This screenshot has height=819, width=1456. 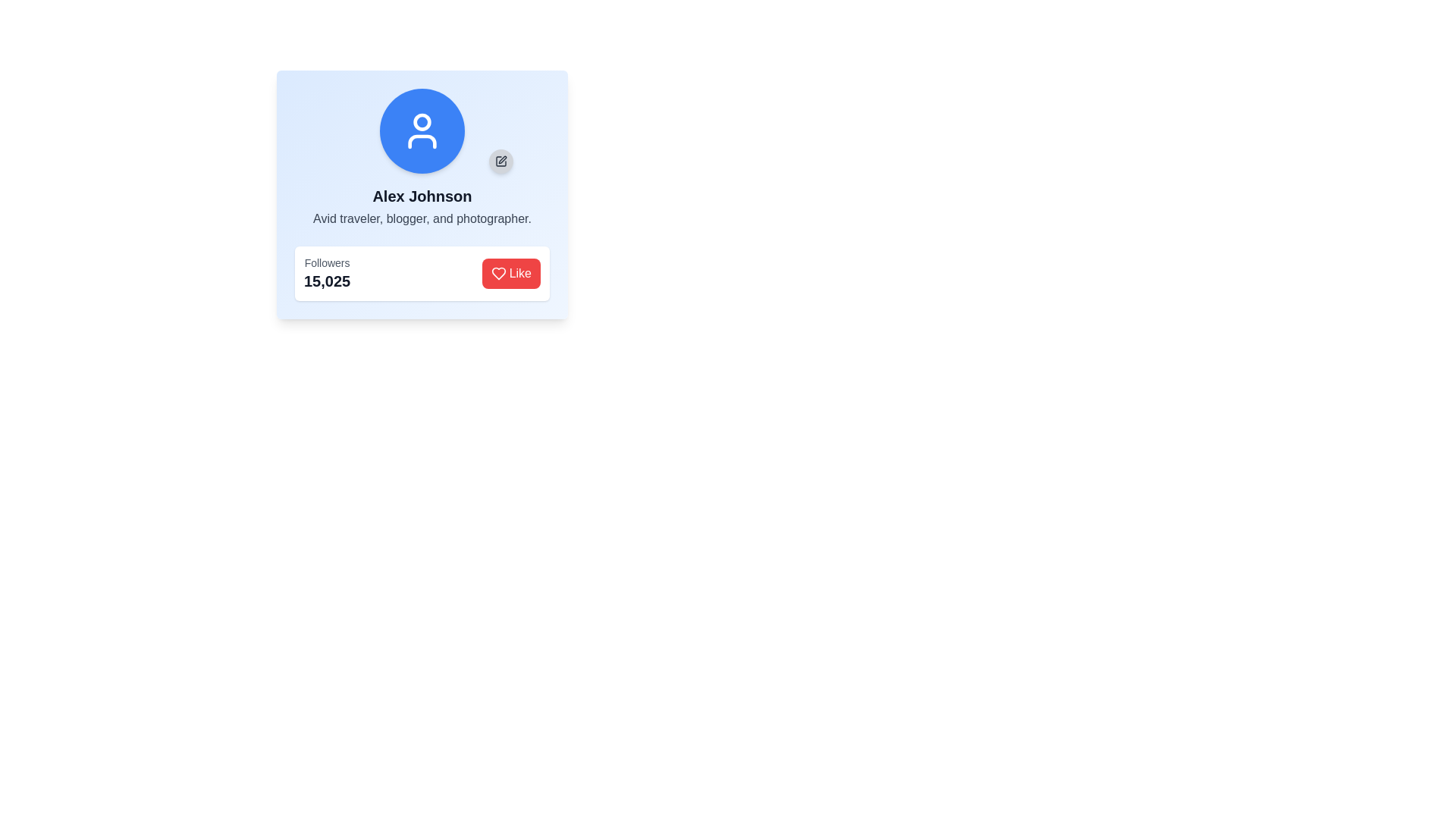 I want to click on the circular gray button with a pen icon located to the right of the blue user profile icon, so click(x=501, y=161).